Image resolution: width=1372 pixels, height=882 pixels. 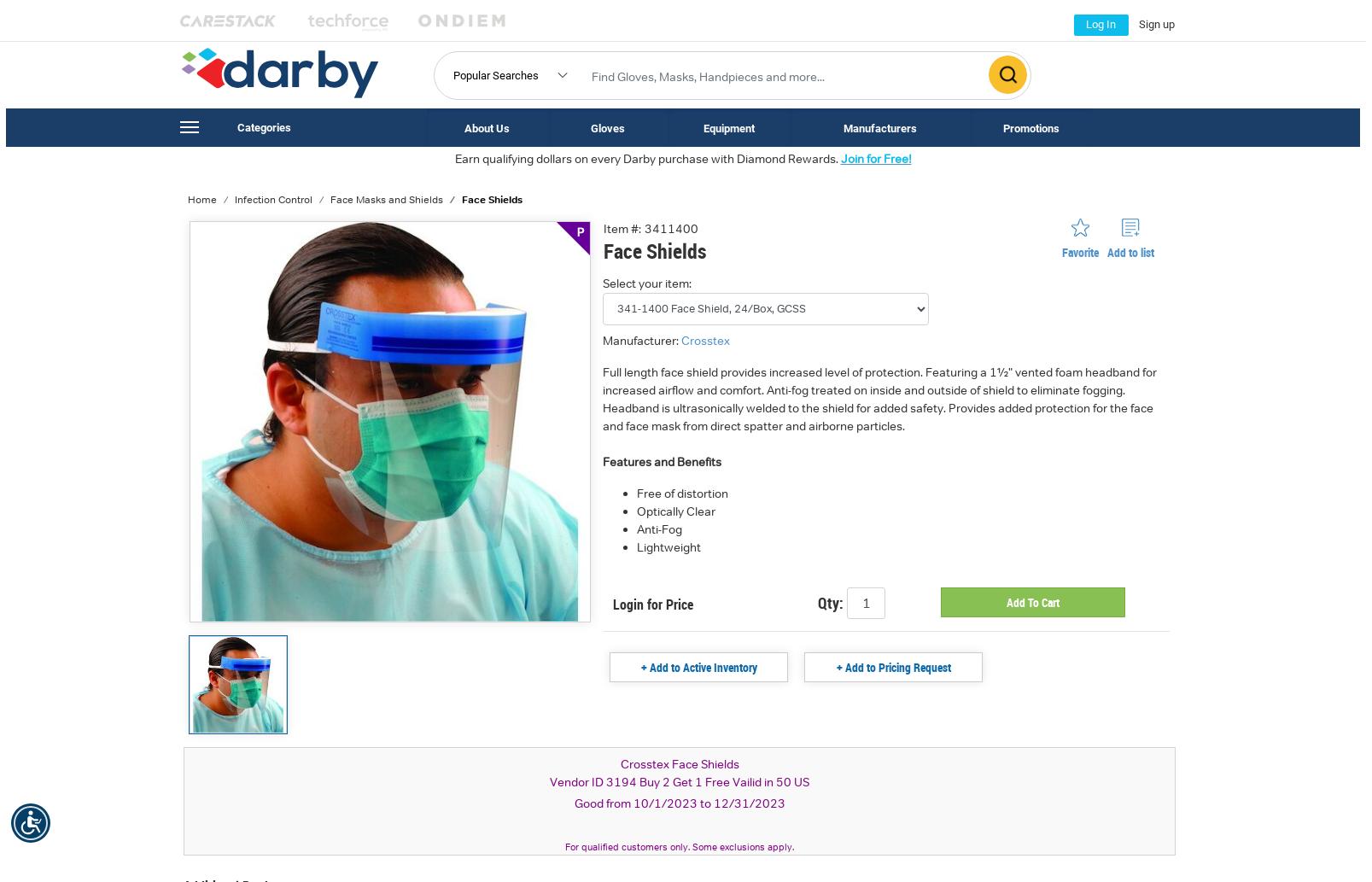 What do you see at coordinates (661, 459) in the screenshot?
I see `'Features and Benefits'` at bounding box center [661, 459].